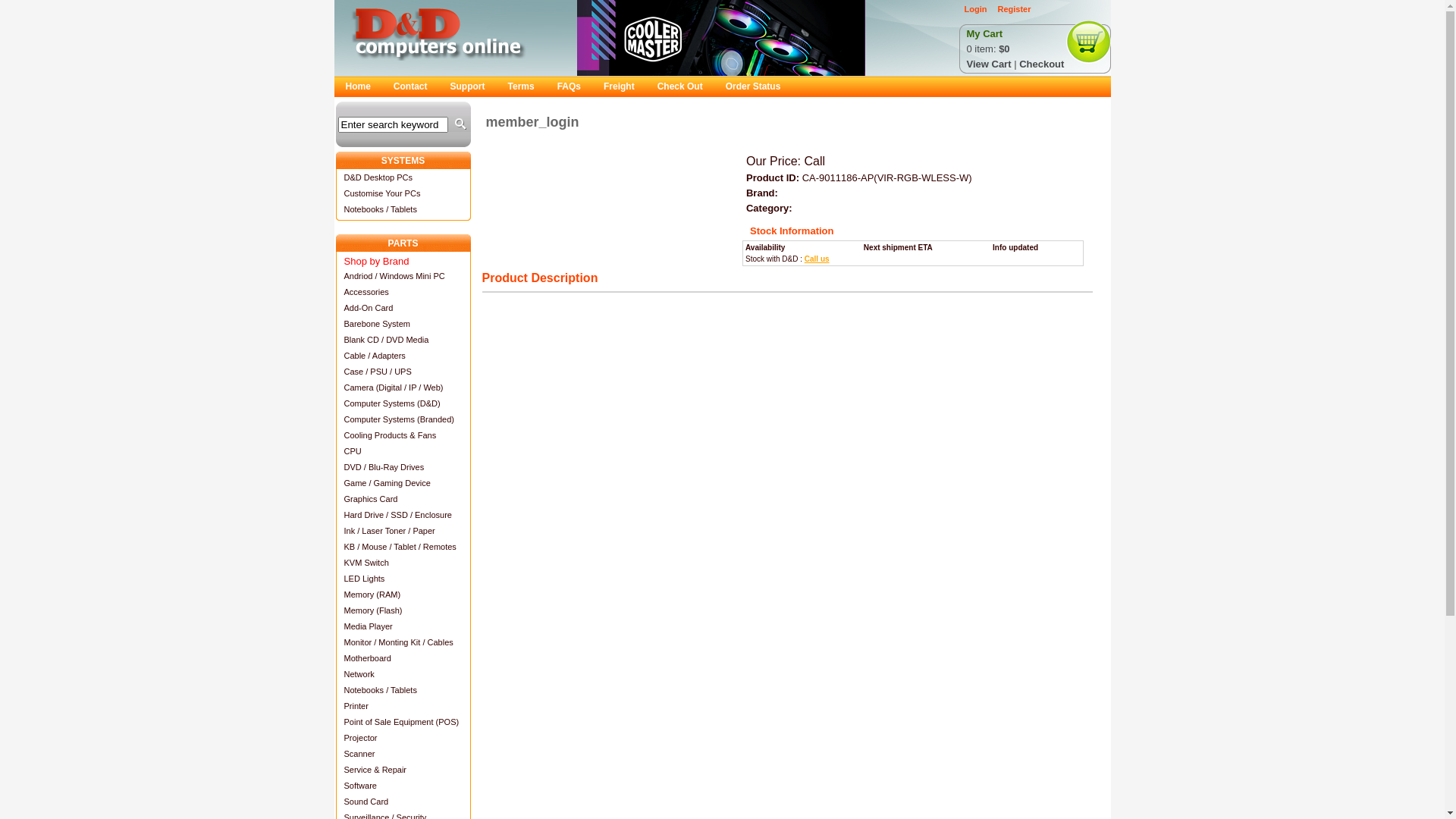  I want to click on 'Customise Your PCs', so click(403, 192).